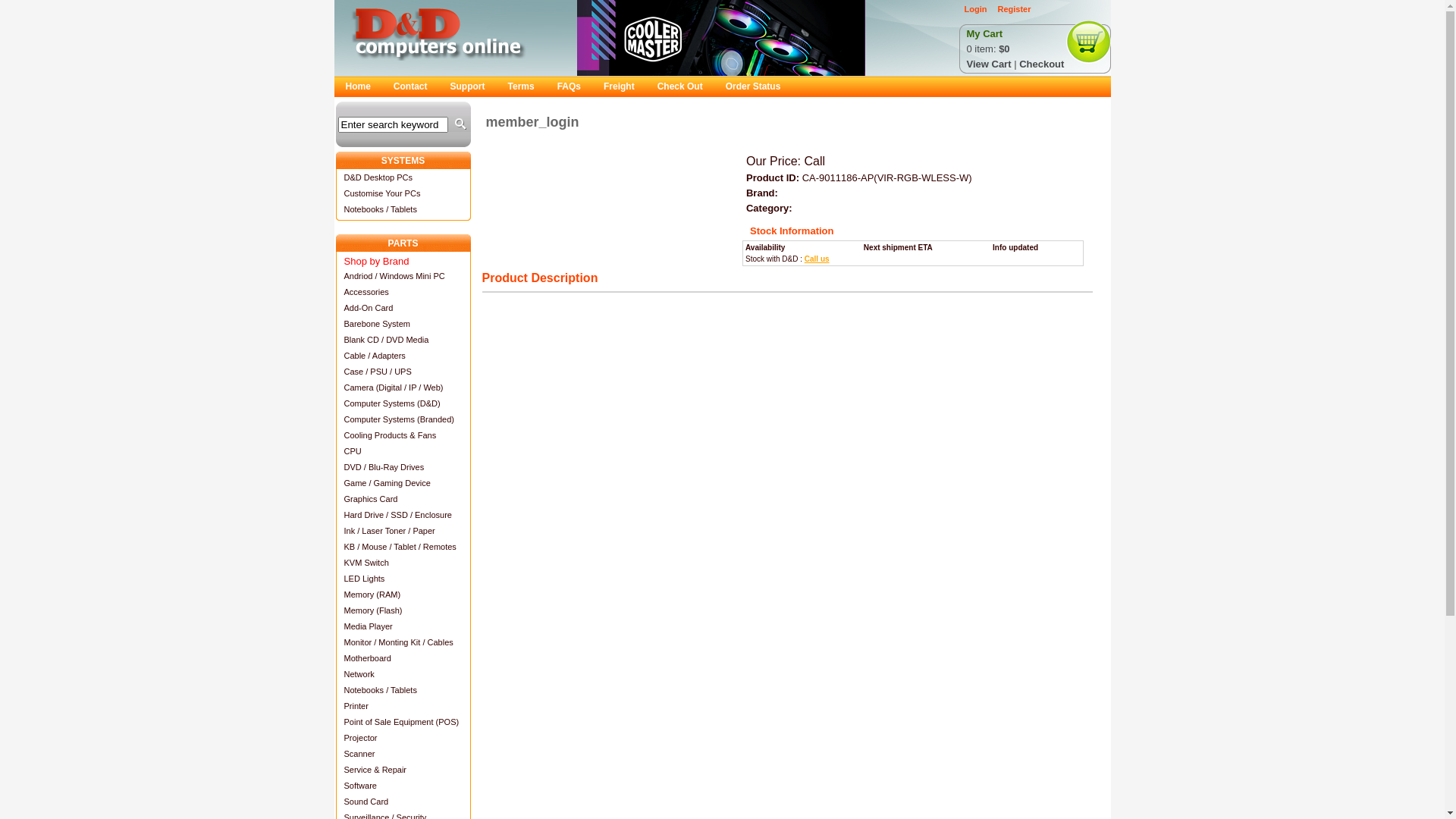  I want to click on 'Customise Your PCs', so click(403, 192).